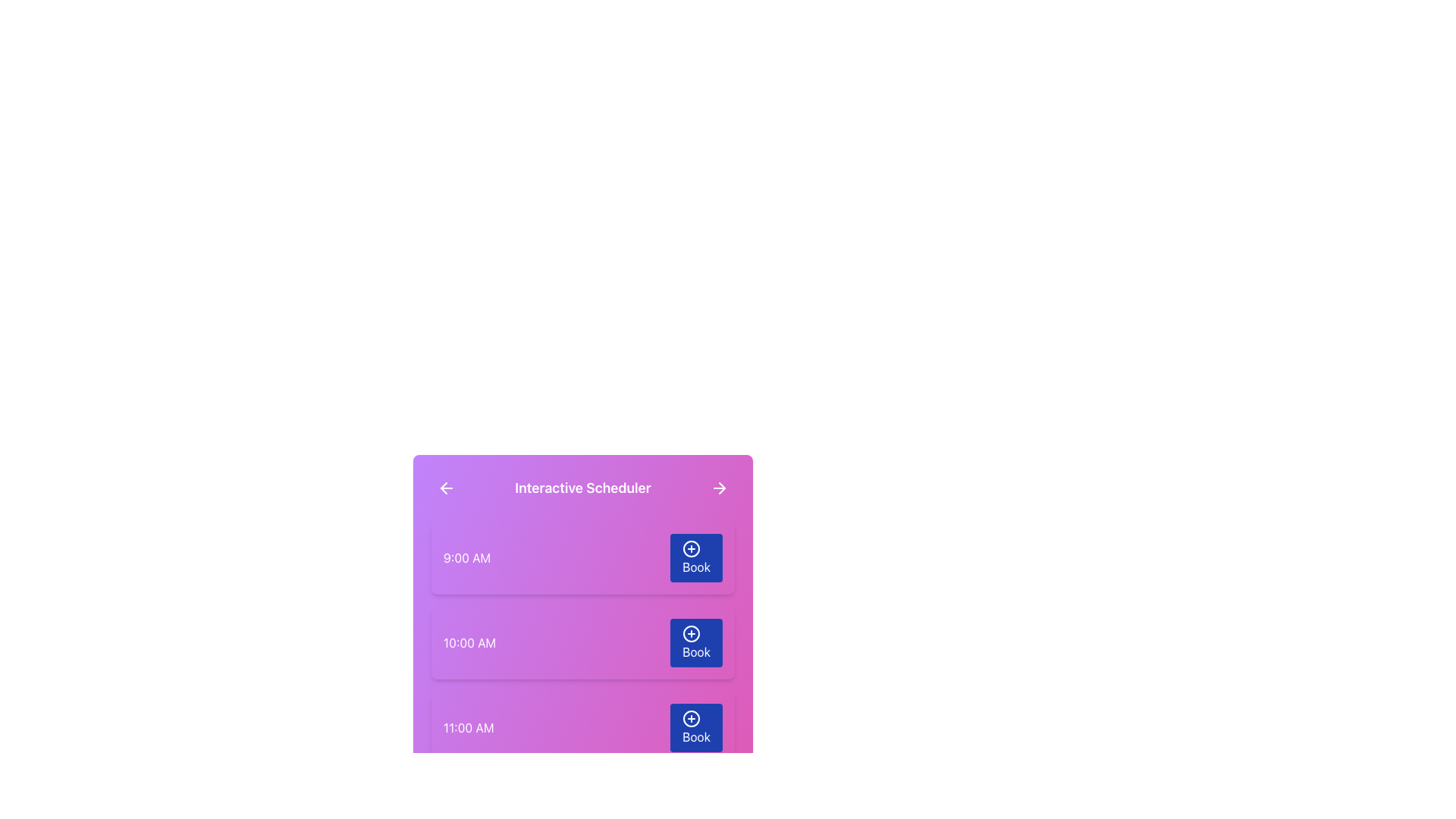 This screenshot has height=819, width=1456. I want to click on the first text label indicating a time slot in the vertically stacked list, which is adjacent to a blue 'Book' button, so click(466, 558).